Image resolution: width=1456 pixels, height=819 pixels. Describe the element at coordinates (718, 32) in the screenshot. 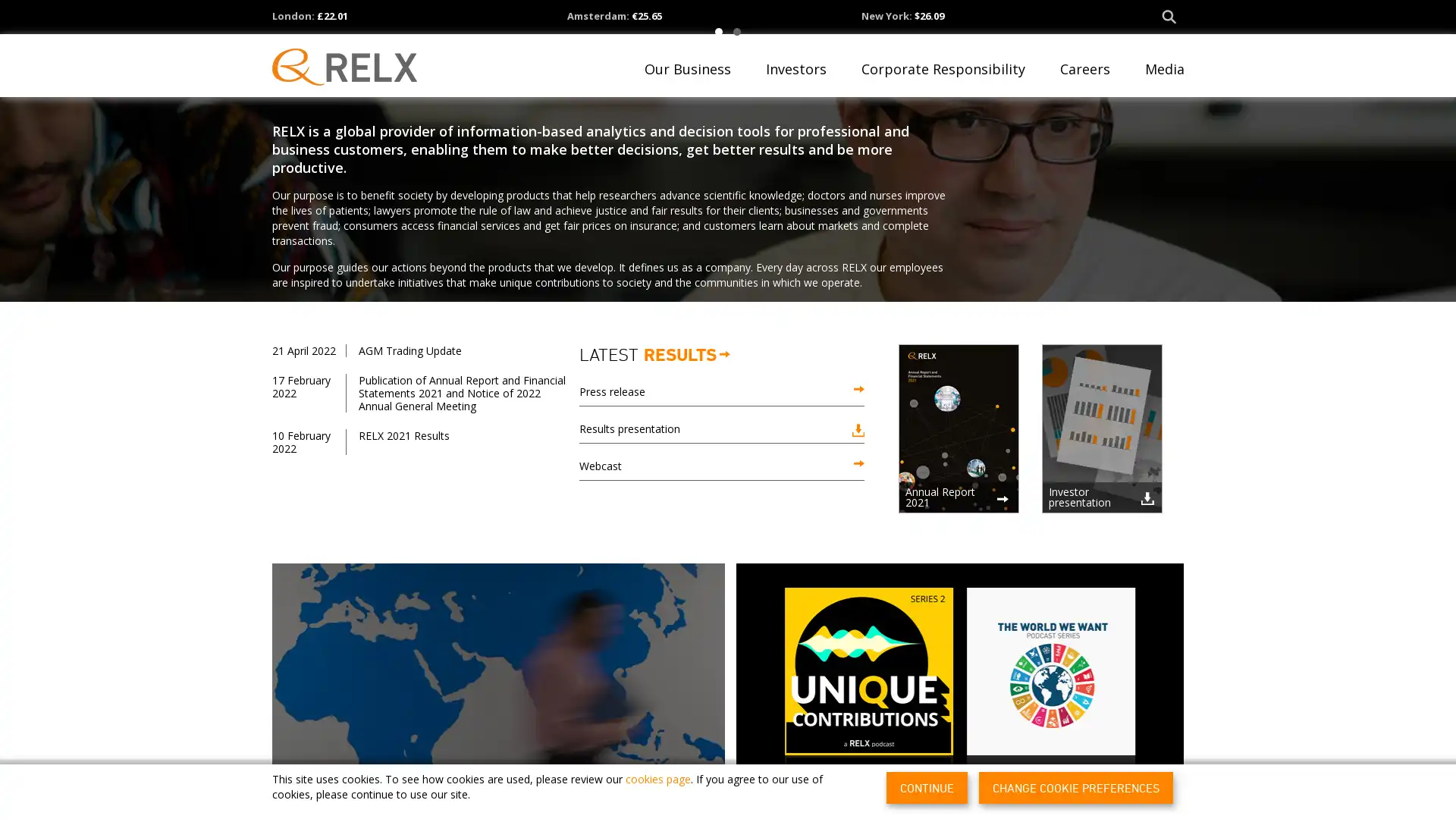

I see `1` at that location.